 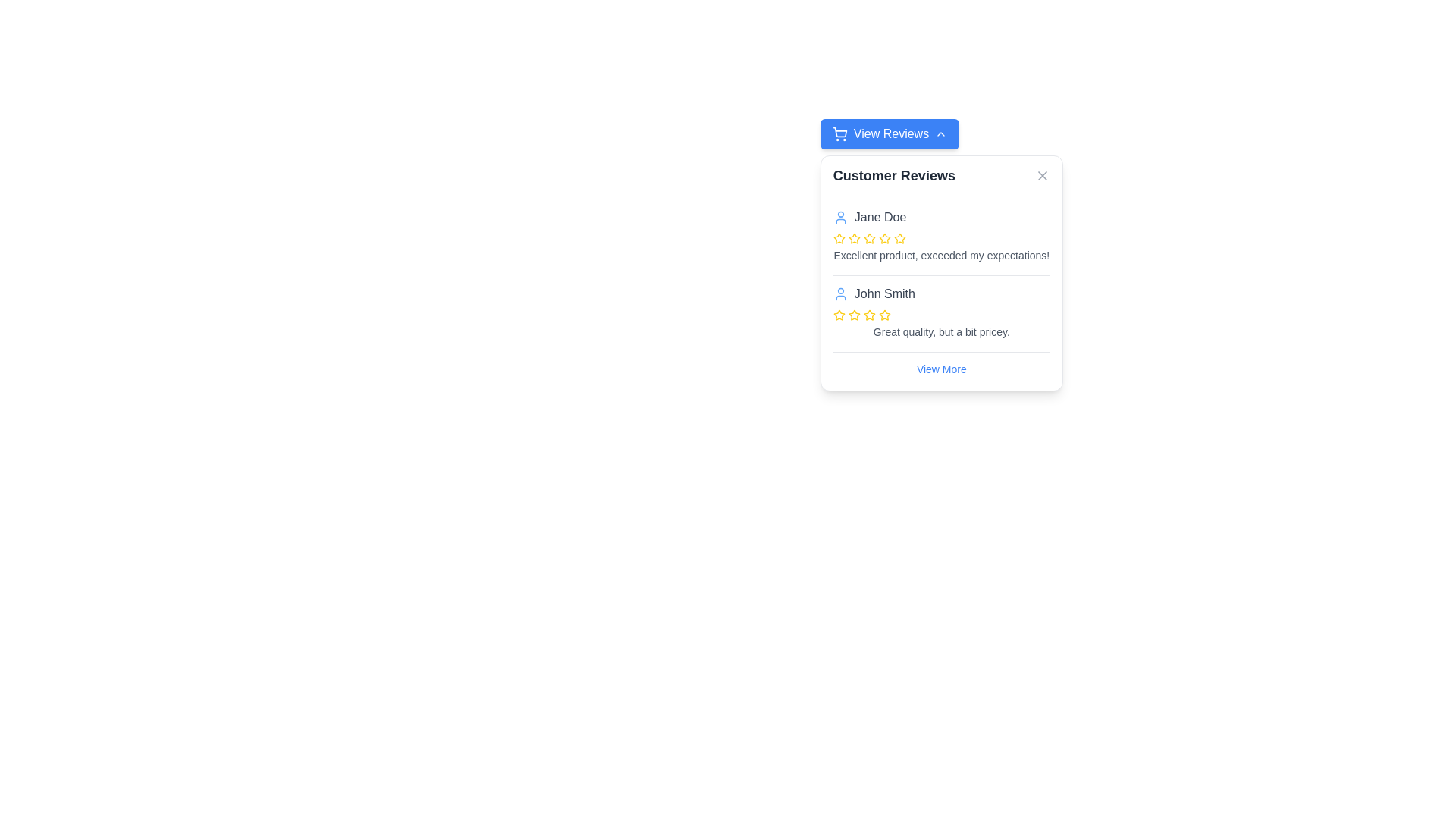 I want to click on the fifth star icon in the rating display, which represents the user's rating under the second review, so click(x=884, y=315).